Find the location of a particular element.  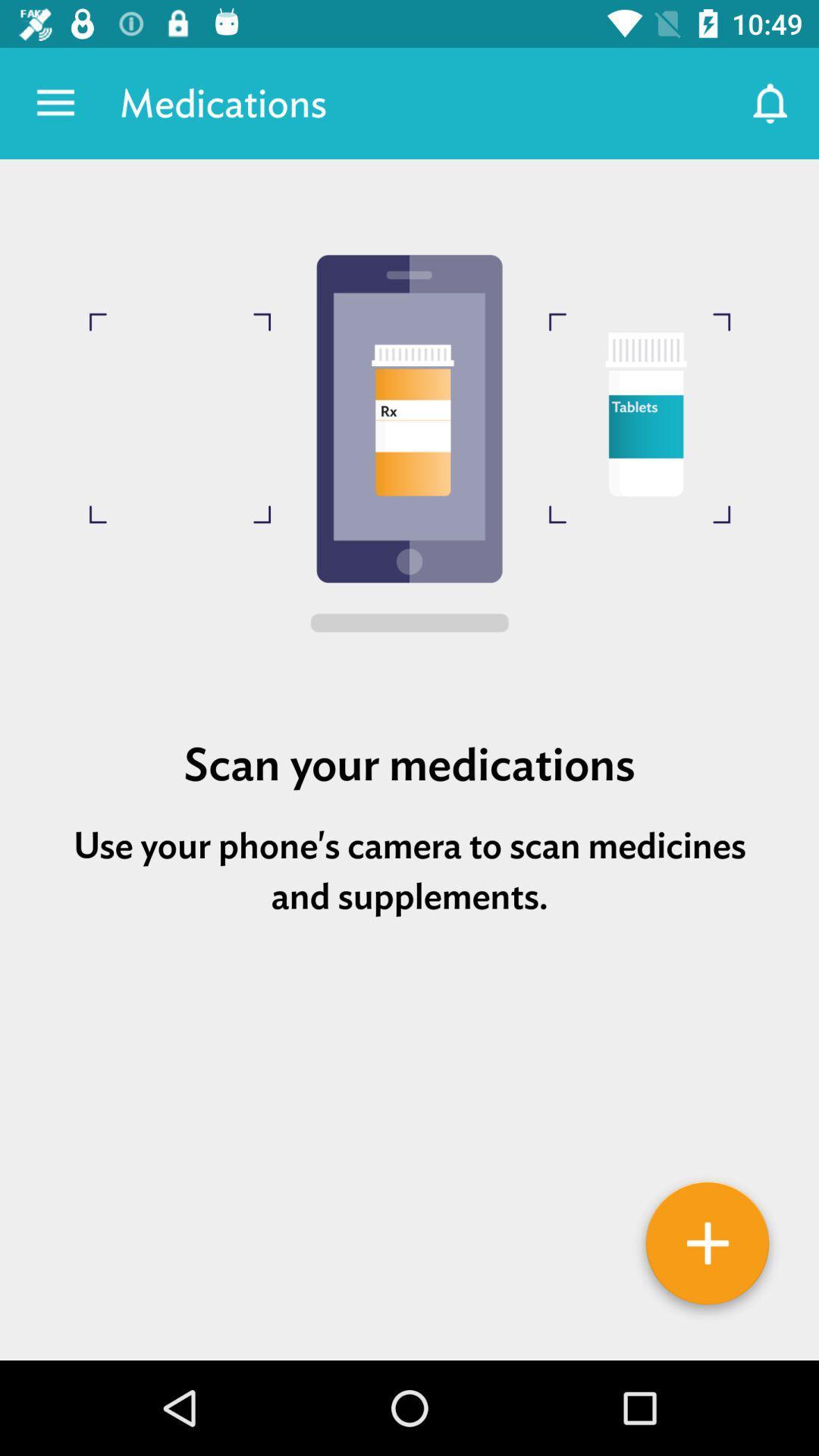

the icon next to the medications item is located at coordinates (771, 102).